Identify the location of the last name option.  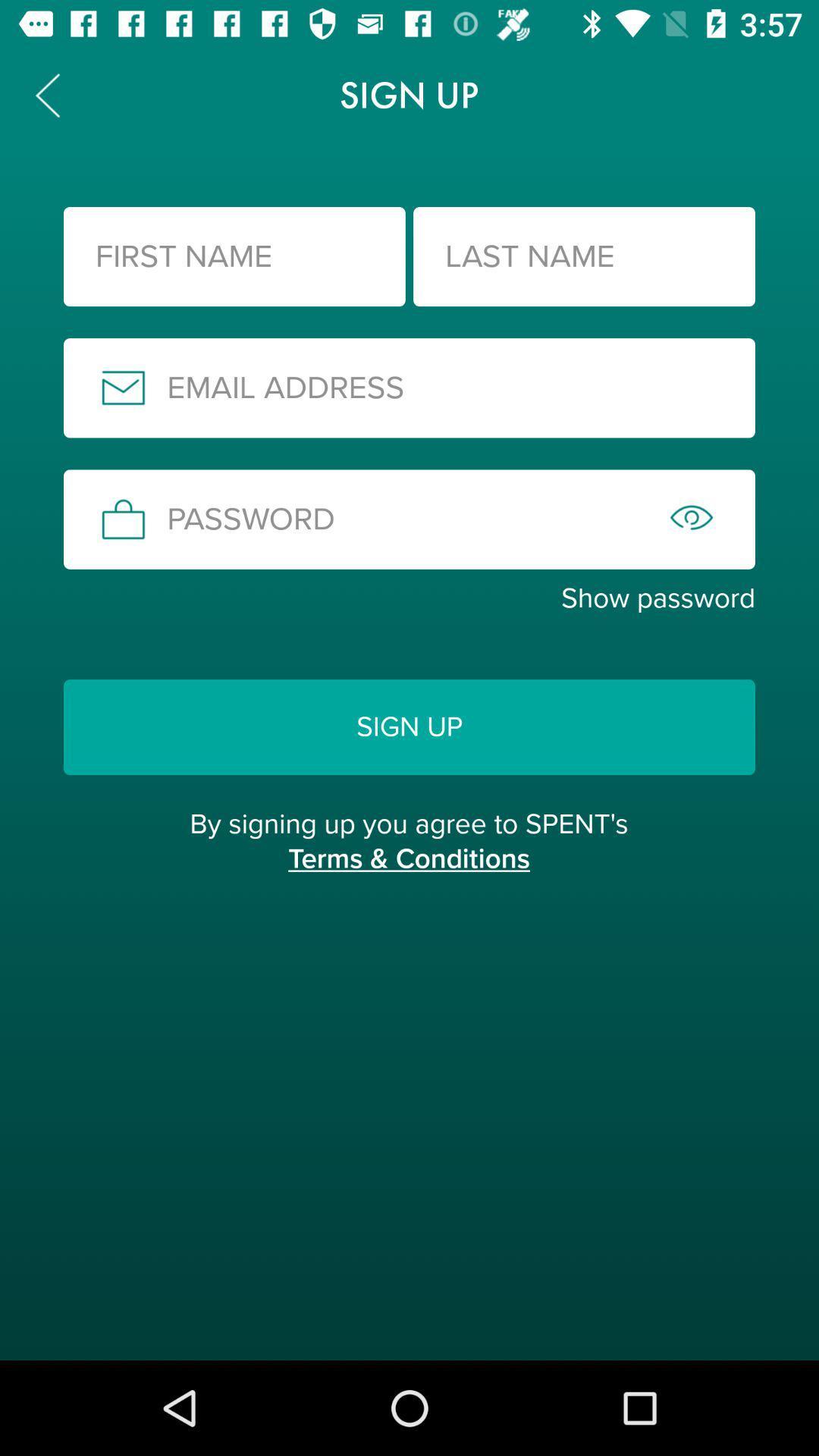
(583, 256).